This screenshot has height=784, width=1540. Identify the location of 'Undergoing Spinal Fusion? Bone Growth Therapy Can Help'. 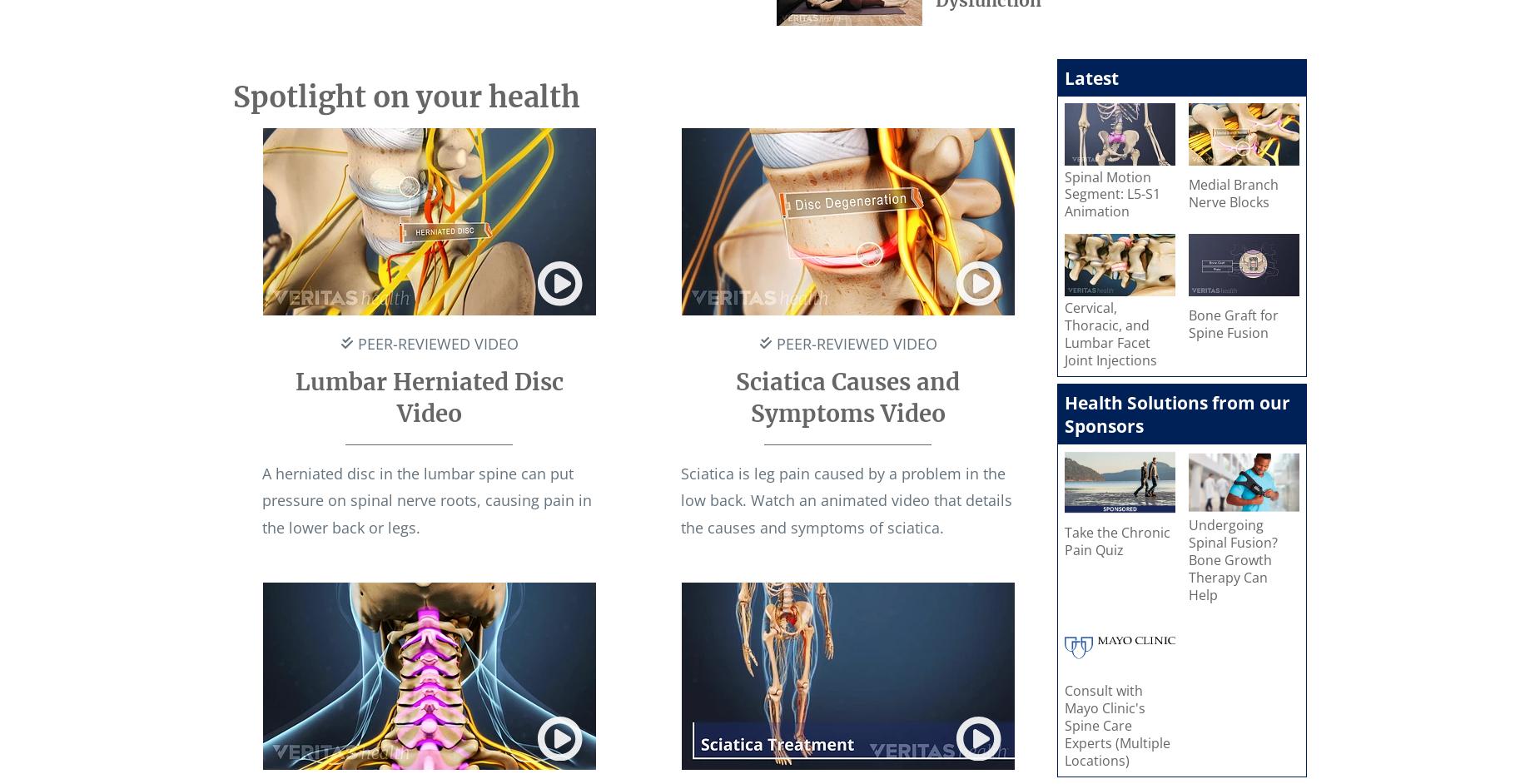
(1233, 559).